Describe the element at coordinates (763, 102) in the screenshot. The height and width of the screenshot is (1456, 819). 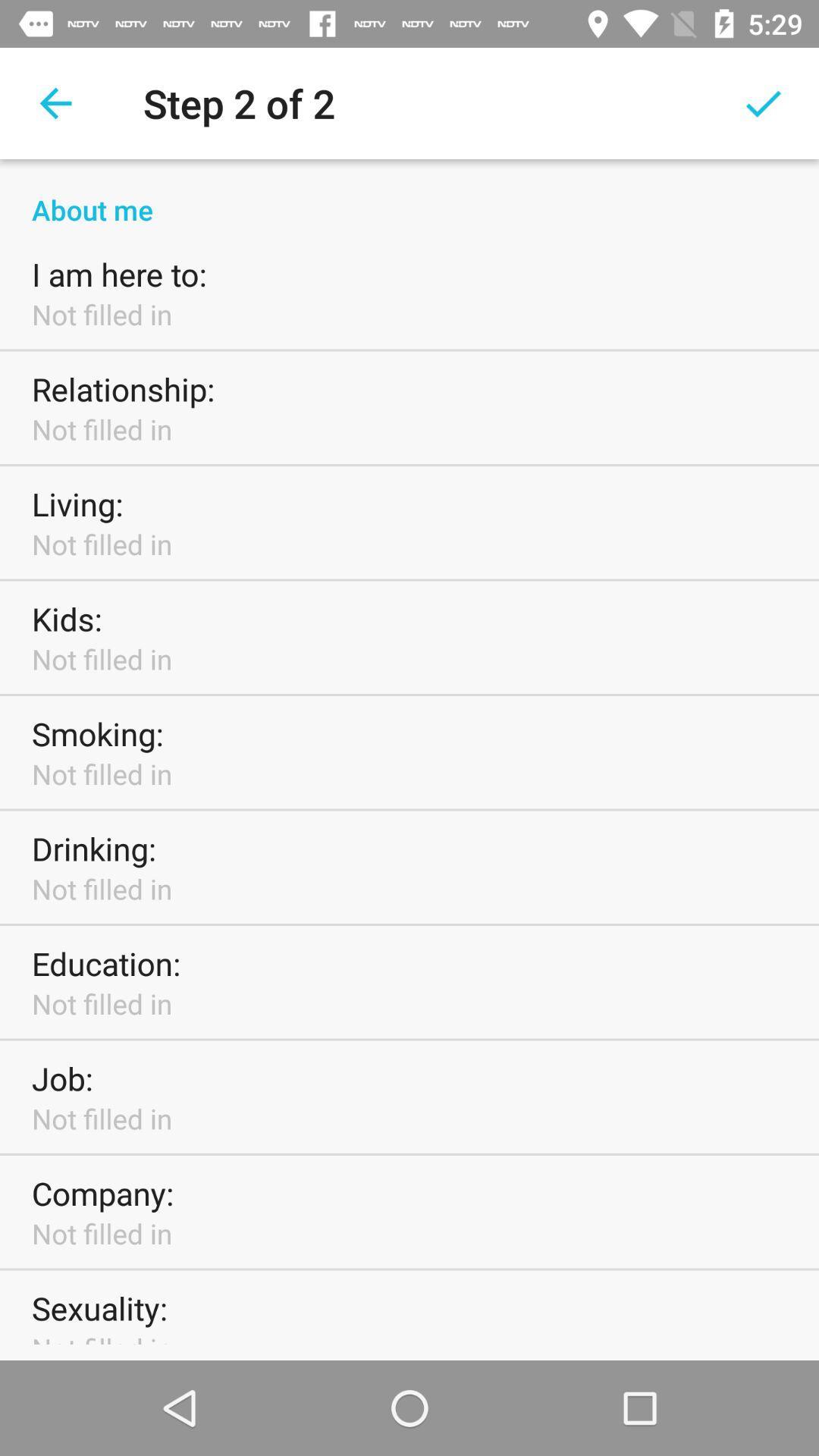
I see `the icon at the top right corner` at that location.